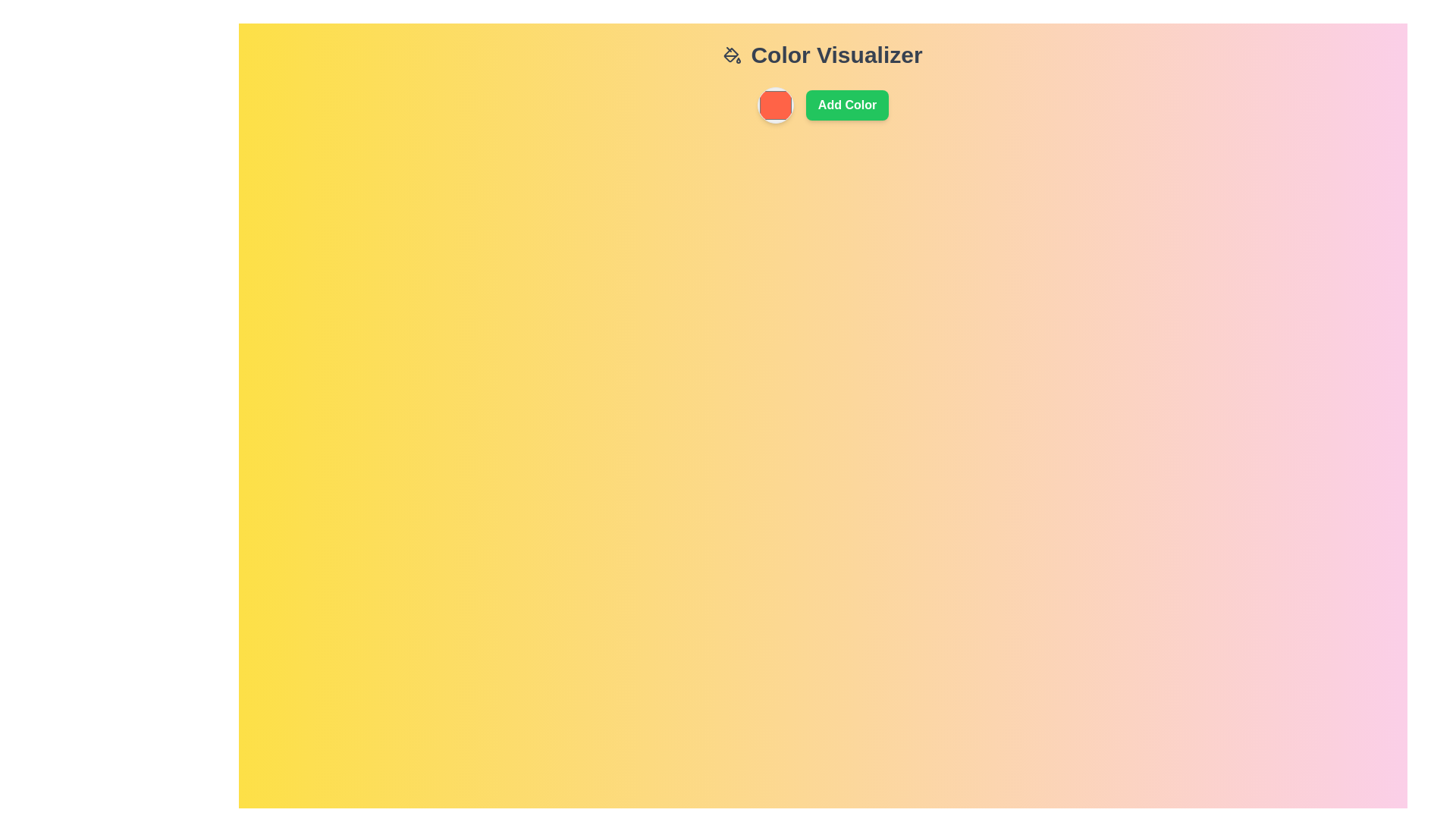  I want to click on the green 'Add Color' button with bold white text, so click(822, 104).